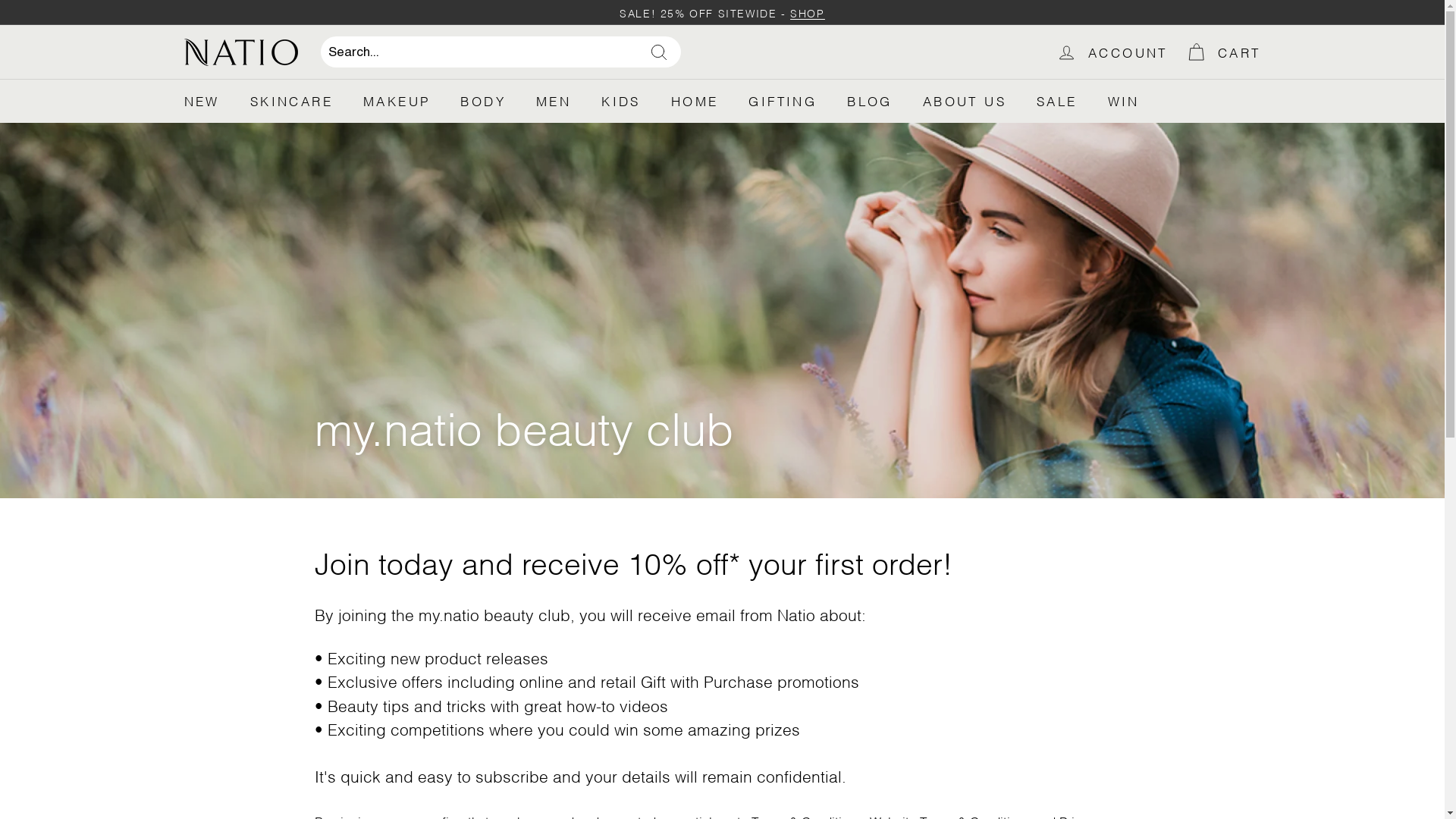  Describe the element at coordinates (621, 100) in the screenshot. I see `'KIDS'` at that location.